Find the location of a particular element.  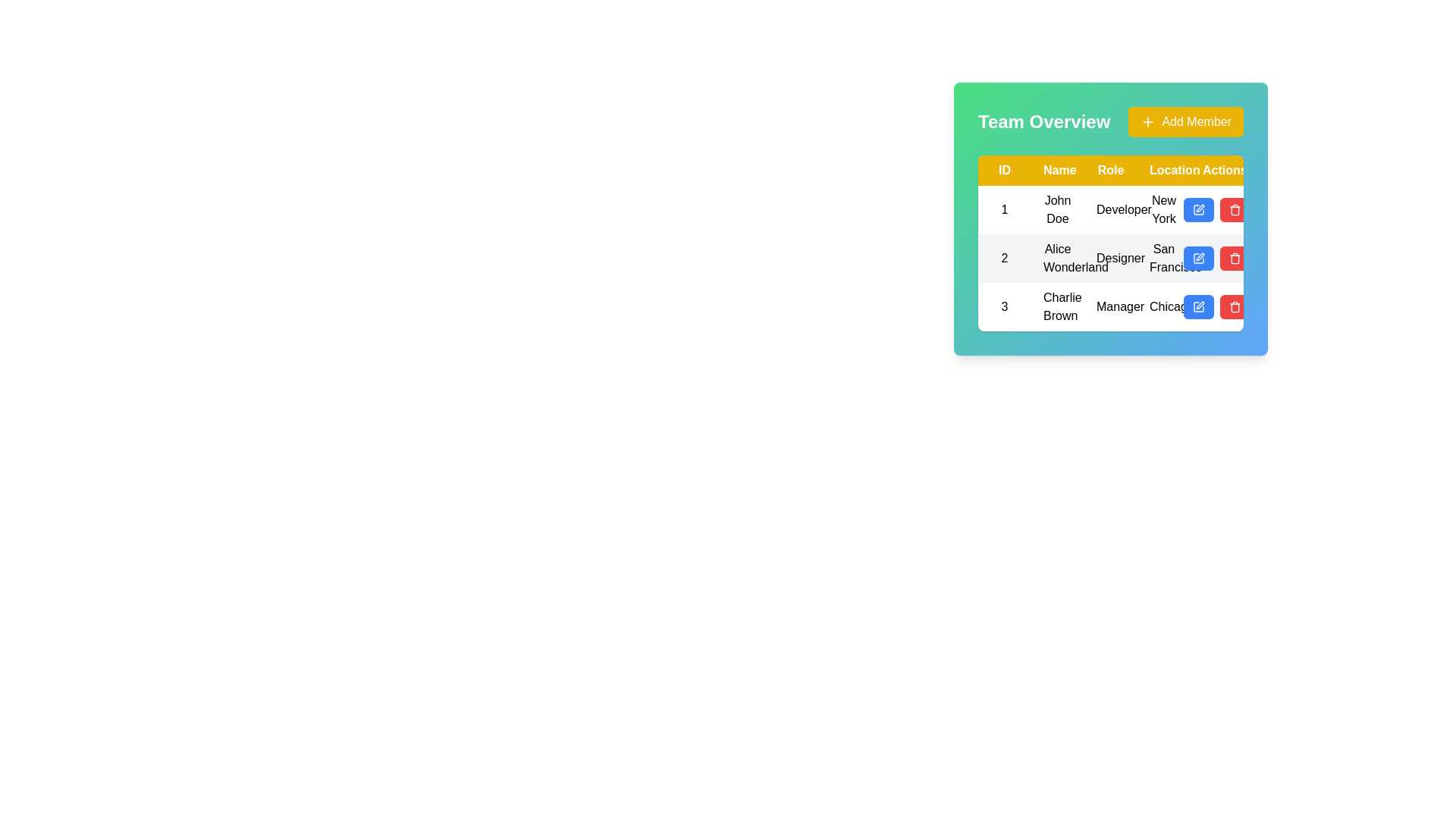

the text label displaying 'Charlie Brown' in the second column of the table under the 'Name' header, which is positioned in the third row of the 'Team Overview' is located at coordinates (1057, 307).